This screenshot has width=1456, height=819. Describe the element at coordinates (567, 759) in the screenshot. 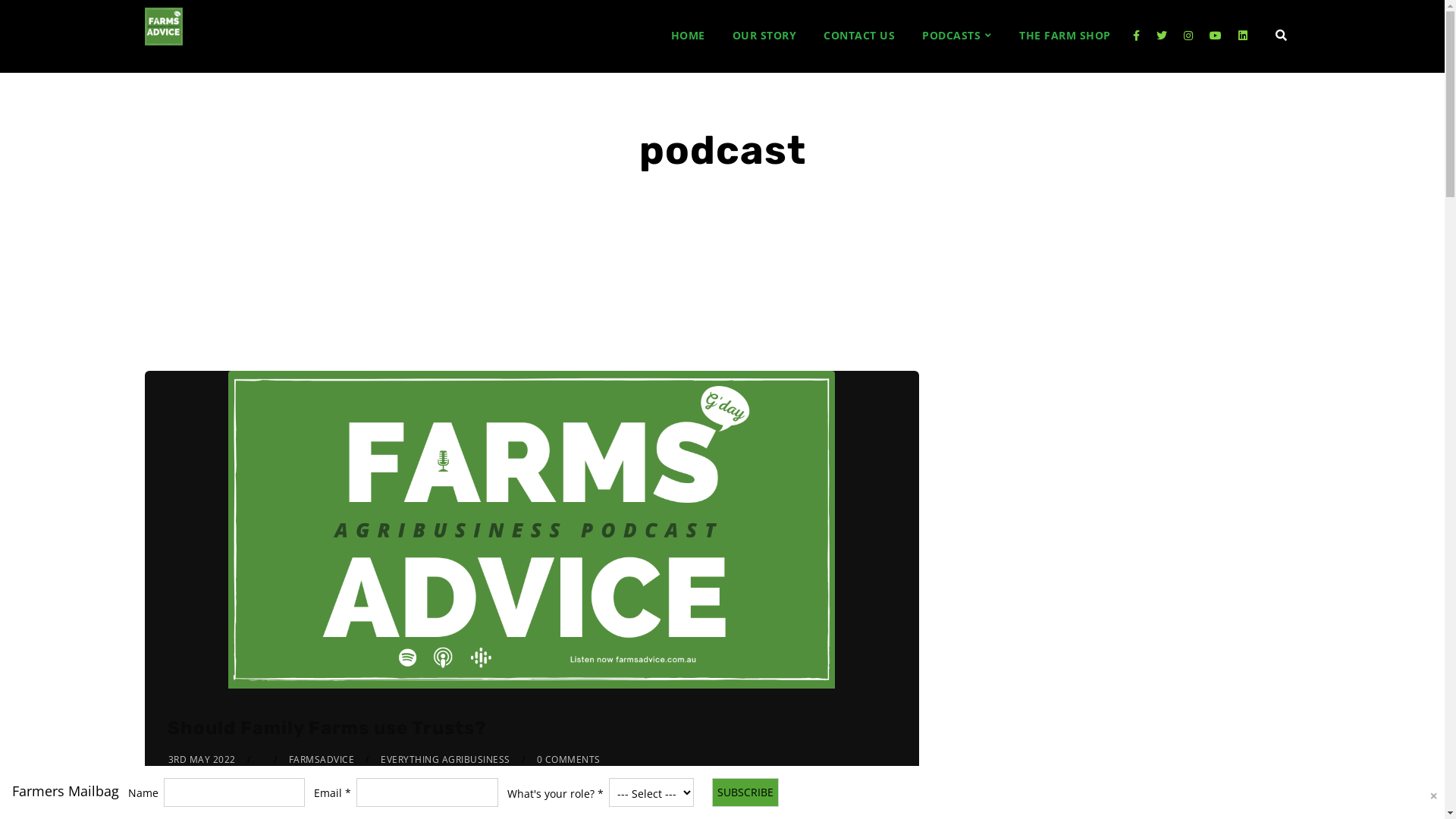

I see `'0 COMMENTS'` at that location.